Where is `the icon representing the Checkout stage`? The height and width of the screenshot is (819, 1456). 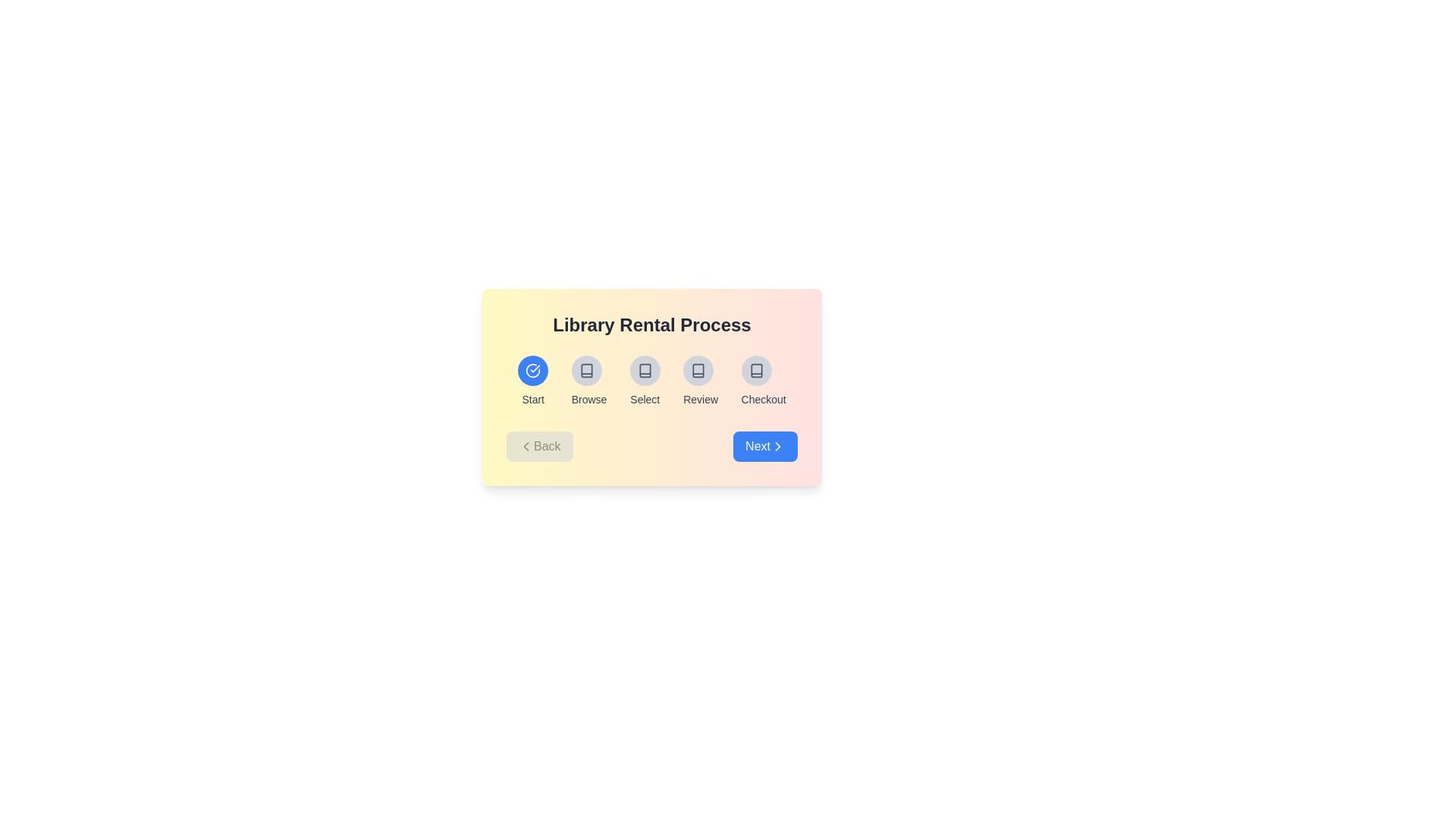 the icon representing the Checkout stage is located at coordinates (756, 371).